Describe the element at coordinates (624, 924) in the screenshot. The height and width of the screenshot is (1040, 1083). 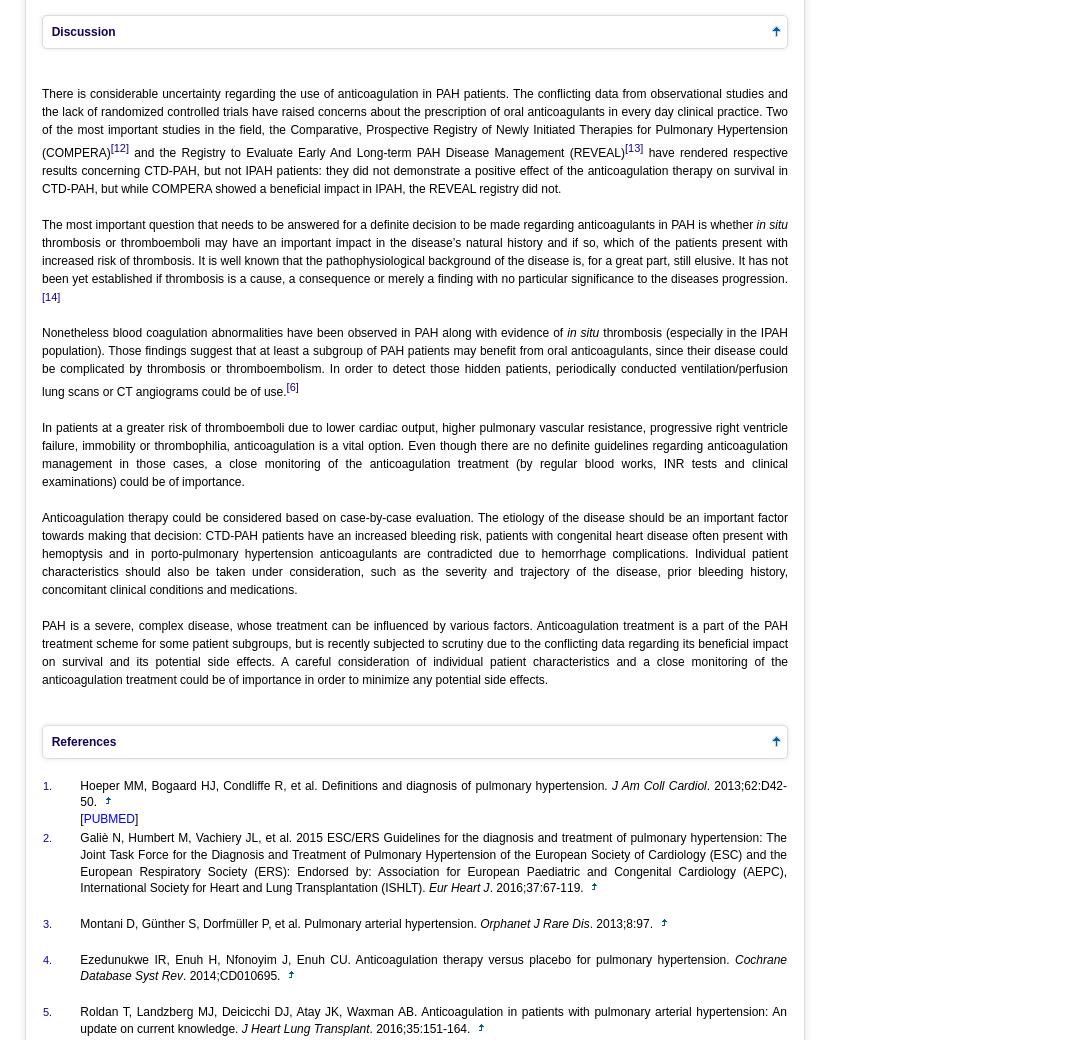
I see `'. 2013;8:97.'` at that location.